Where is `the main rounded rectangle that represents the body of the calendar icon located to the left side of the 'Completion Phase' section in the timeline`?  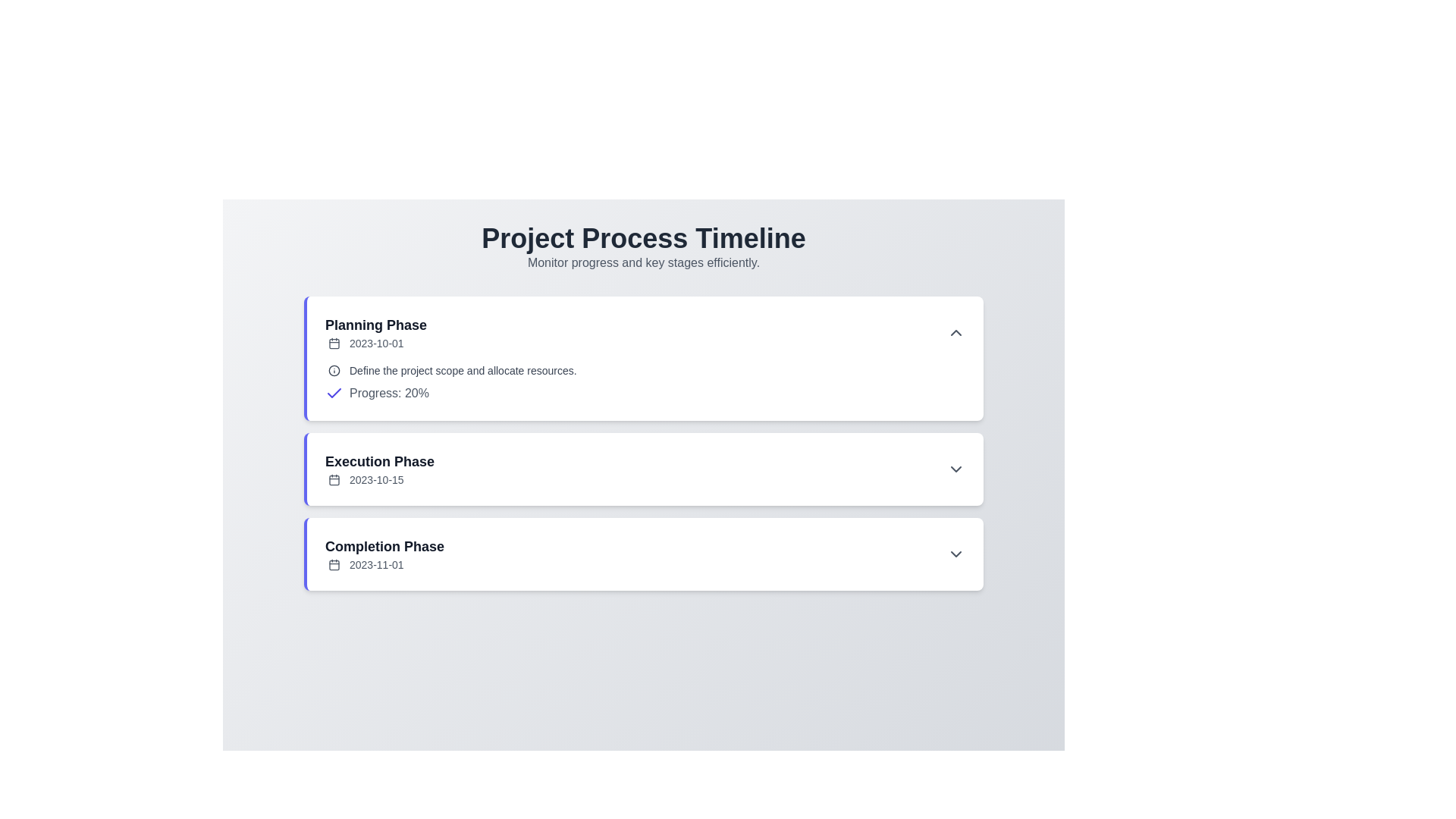
the main rounded rectangle that represents the body of the calendar icon located to the left side of the 'Completion Phase' section in the timeline is located at coordinates (334, 564).